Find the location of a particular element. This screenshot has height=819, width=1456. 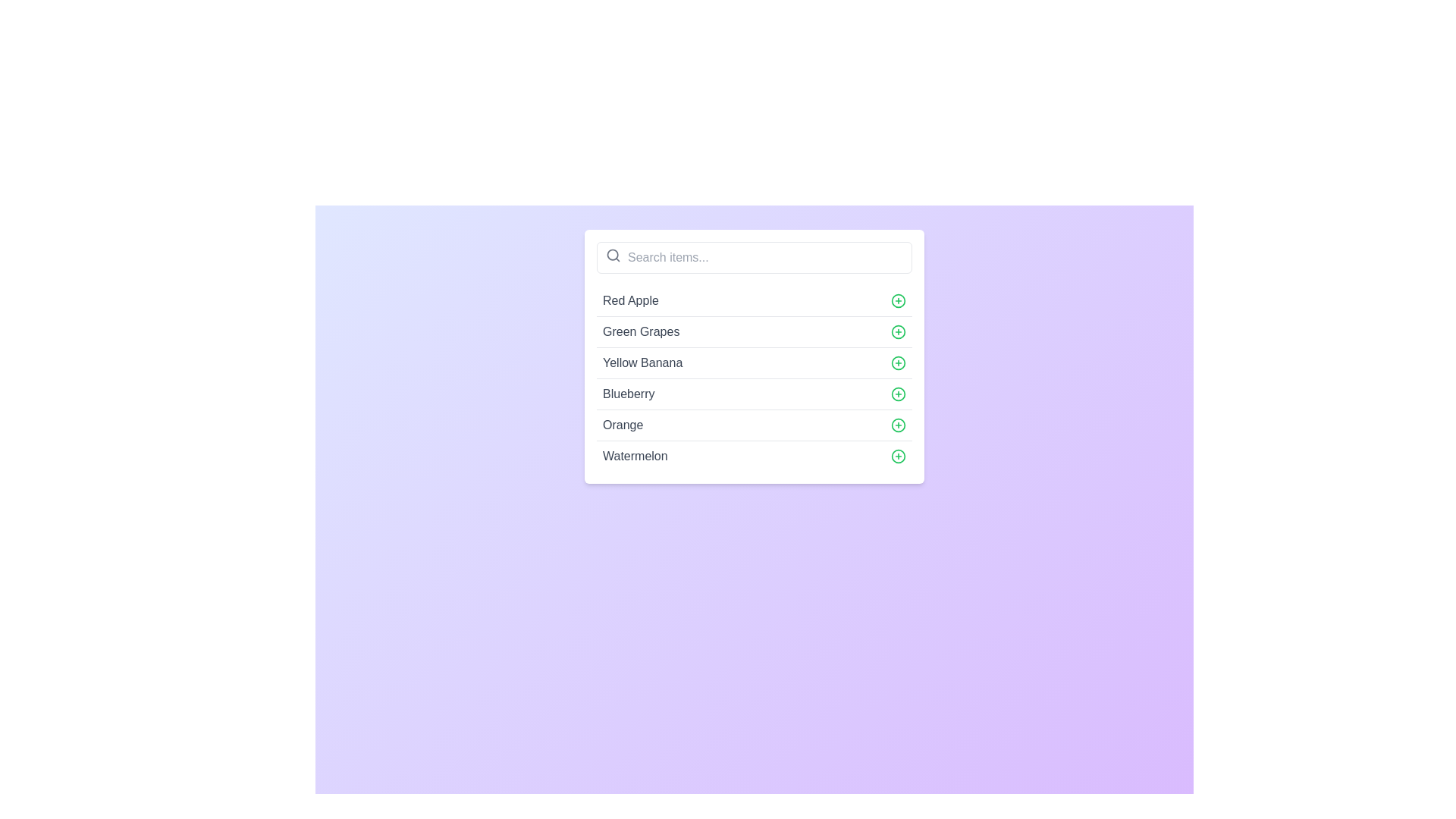

the text label displaying 'Orange' in gray color, which is positioned within the fifth item of a vertical list of selectable options is located at coordinates (623, 425).